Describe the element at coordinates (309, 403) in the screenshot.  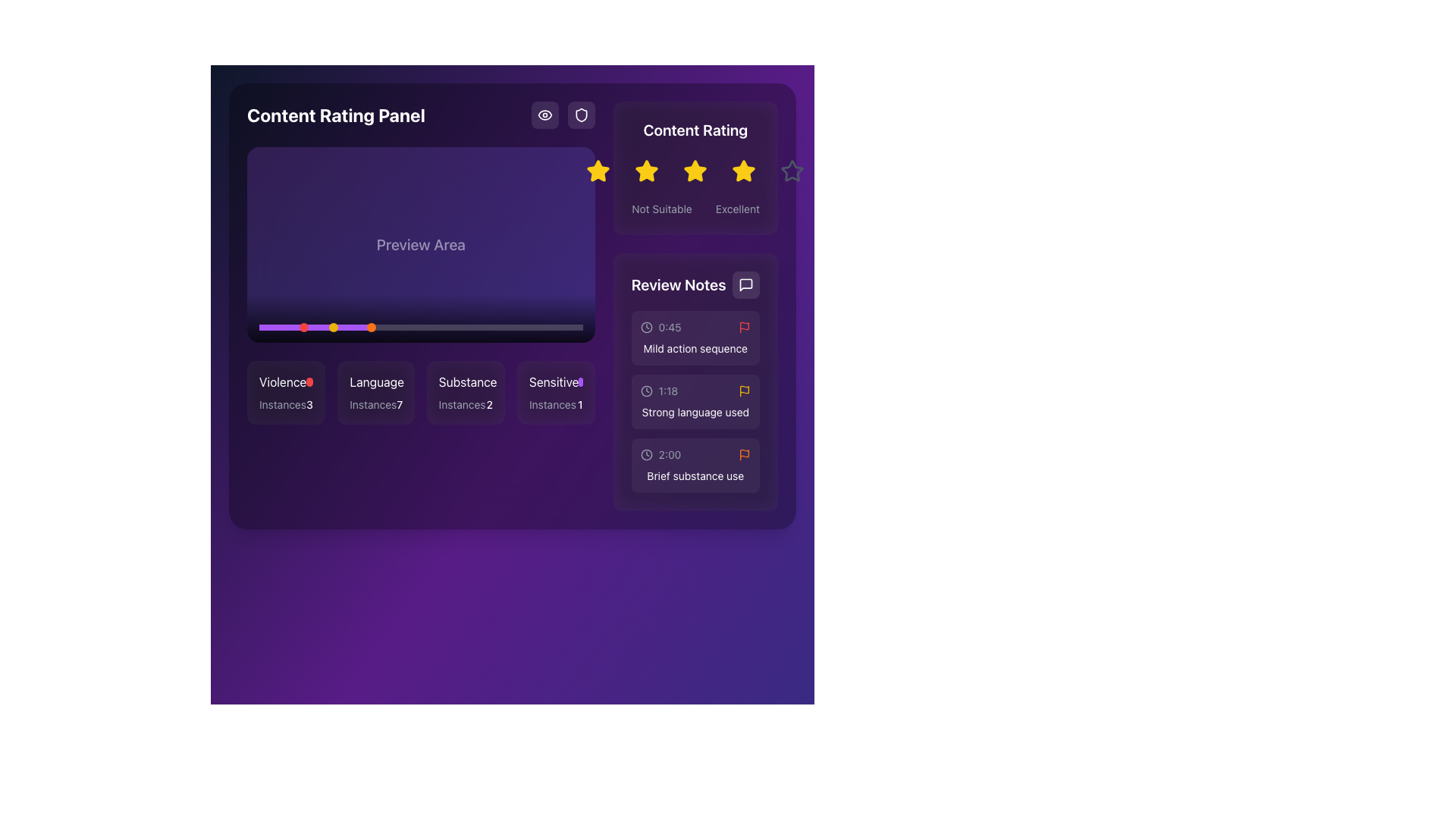
I see `the Text label that displays the count of instances related to 'Violence'` at that location.